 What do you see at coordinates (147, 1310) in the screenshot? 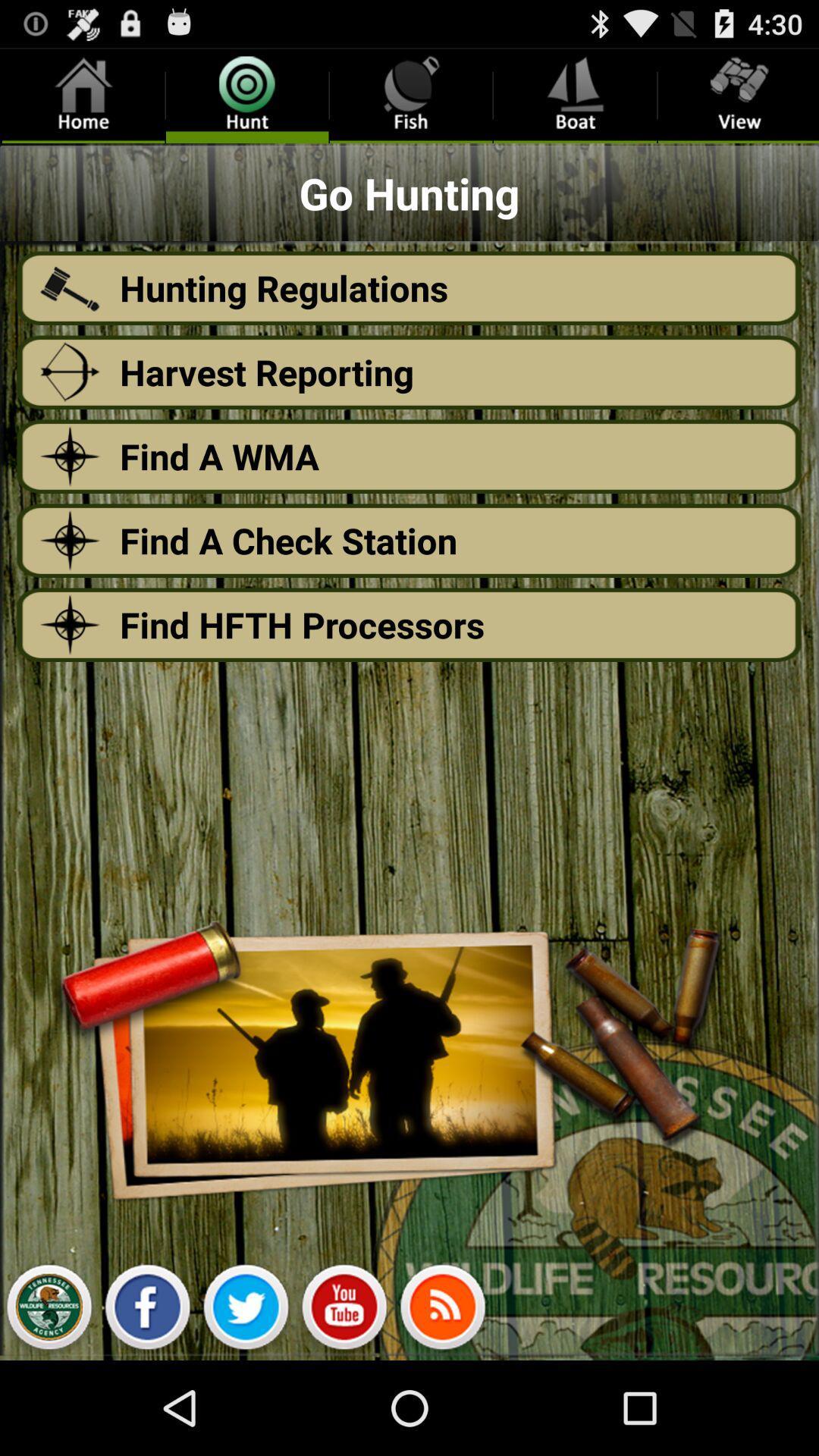
I see `share in facebool` at bounding box center [147, 1310].